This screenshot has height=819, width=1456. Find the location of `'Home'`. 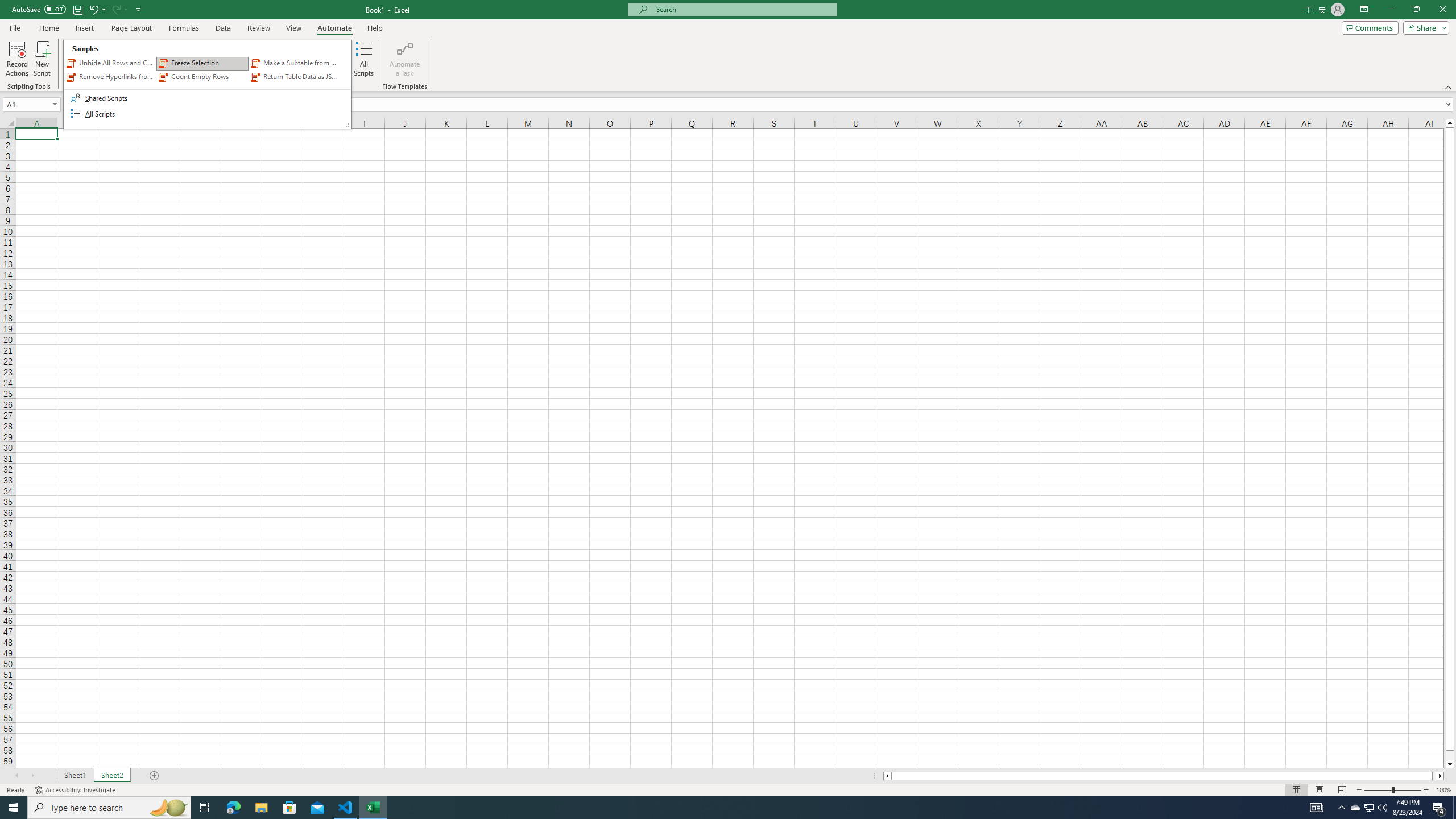

'Home' is located at coordinates (48, 28).